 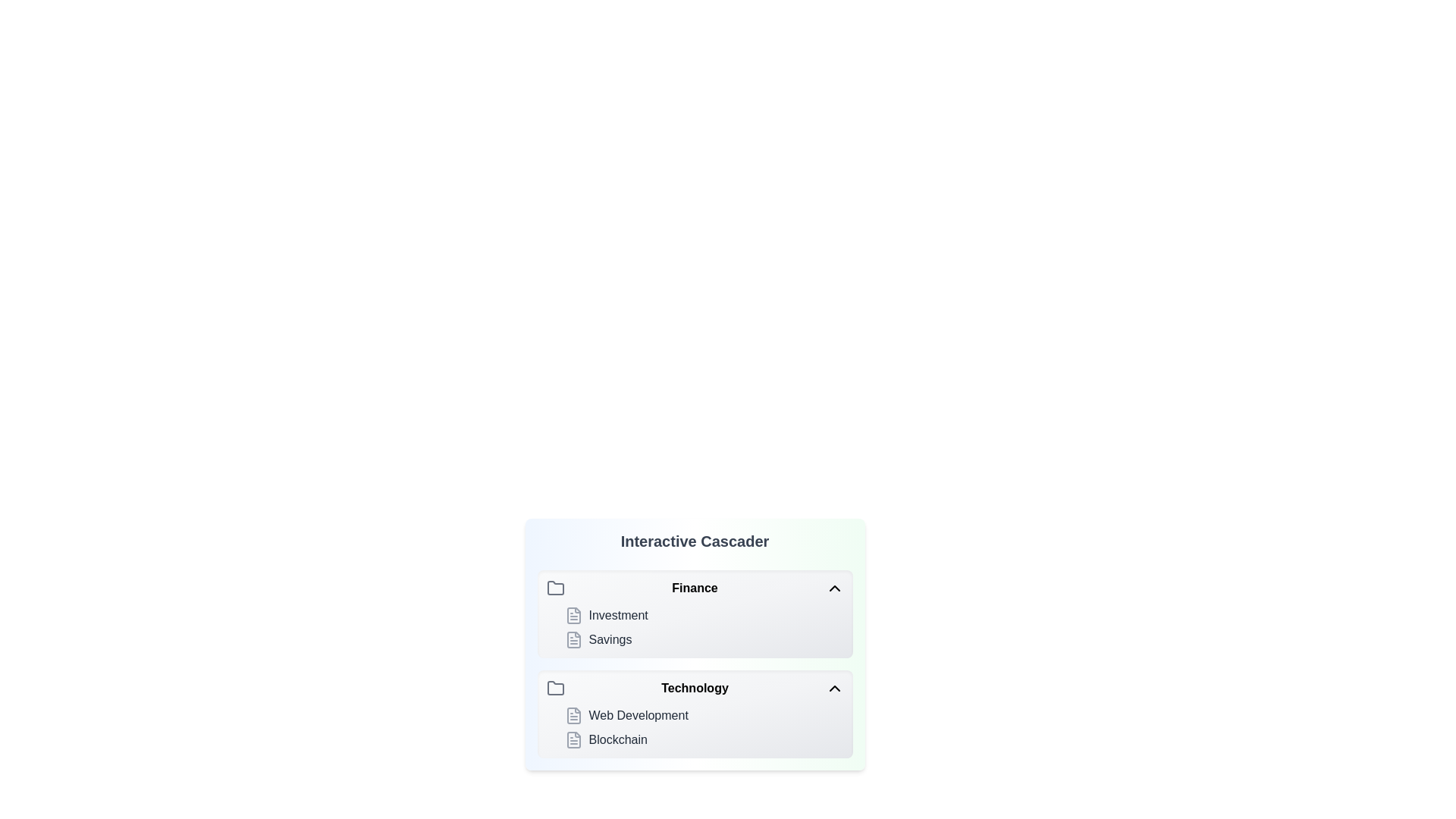 What do you see at coordinates (554, 587) in the screenshot?
I see `the folder icon with a minimalist outline and gray color located under the 'Interactive Cascader' heading in the 'Finance' category section` at bounding box center [554, 587].